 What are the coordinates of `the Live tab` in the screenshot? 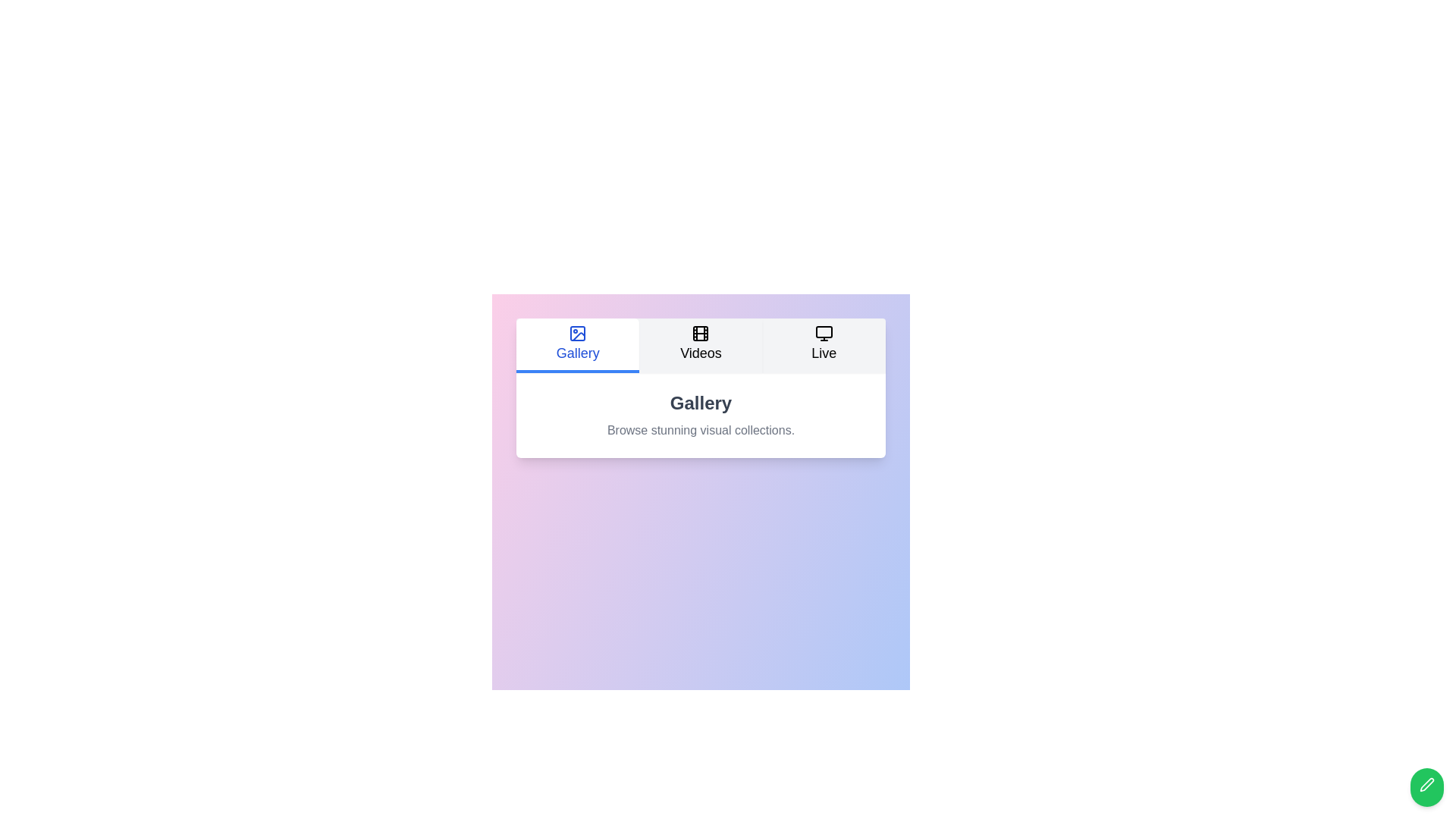 It's located at (822, 345).